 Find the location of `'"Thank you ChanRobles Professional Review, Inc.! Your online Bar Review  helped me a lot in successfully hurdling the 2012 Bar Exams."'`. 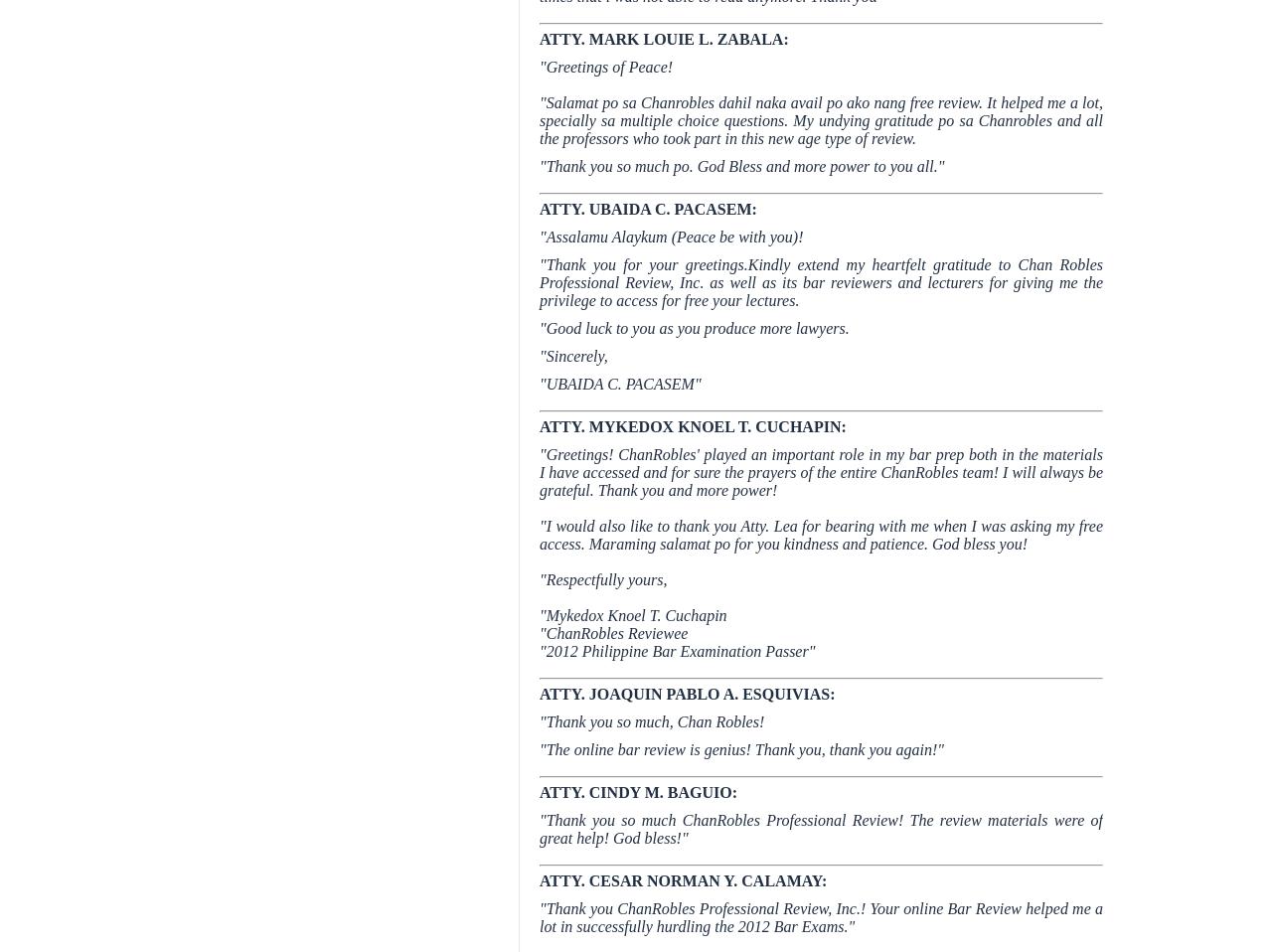

'"Thank you ChanRobles Professional Review, Inc.! Your online Bar Review  helped me a lot in successfully hurdling the 2012 Bar Exams."' is located at coordinates (821, 917).